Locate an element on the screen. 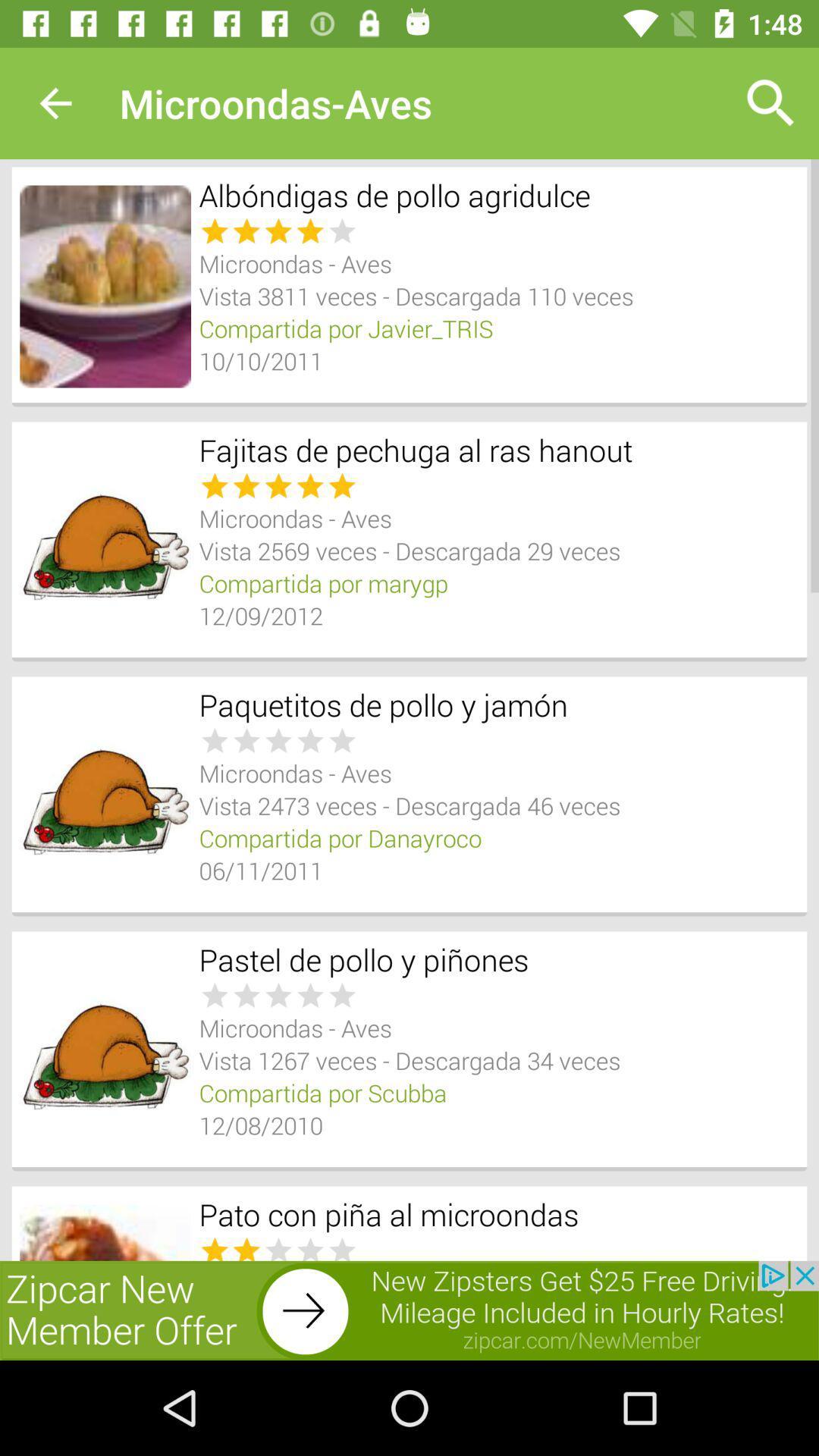 The image size is (819, 1456). advertisement banner is located at coordinates (409, 1310).